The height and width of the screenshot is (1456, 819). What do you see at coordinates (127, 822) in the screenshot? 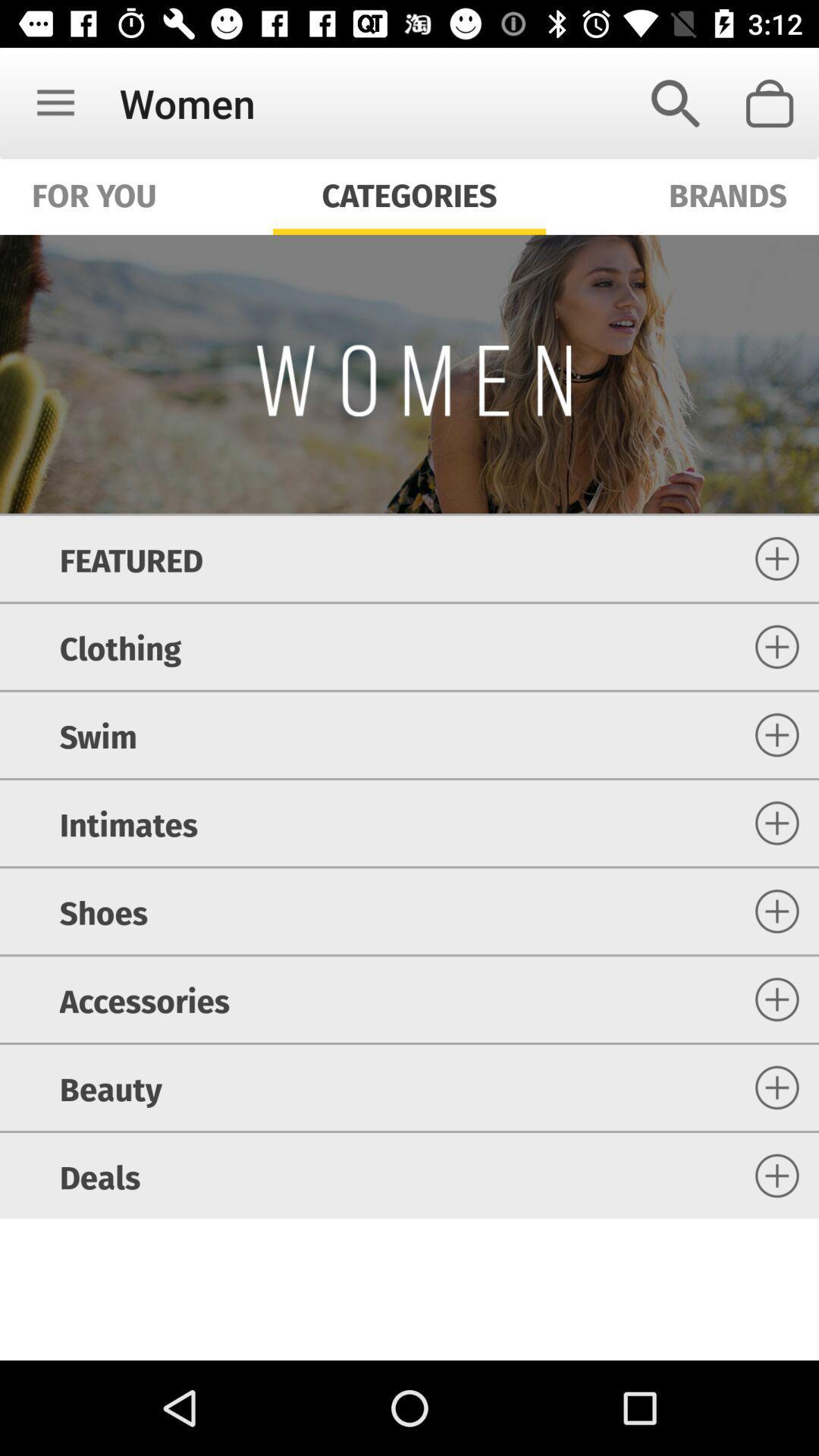
I see `icon below swim` at bounding box center [127, 822].